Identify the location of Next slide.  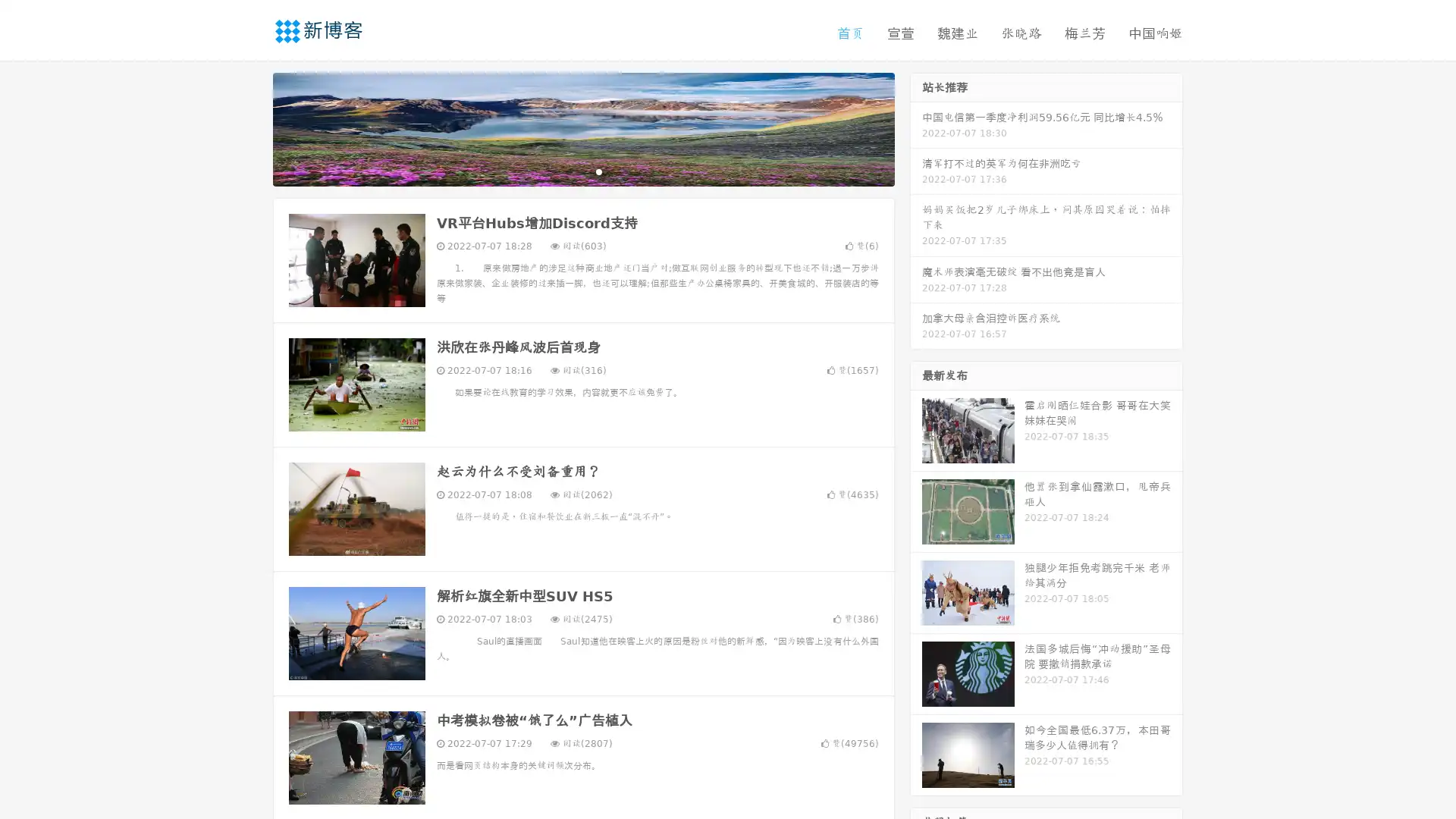
(916, 127).